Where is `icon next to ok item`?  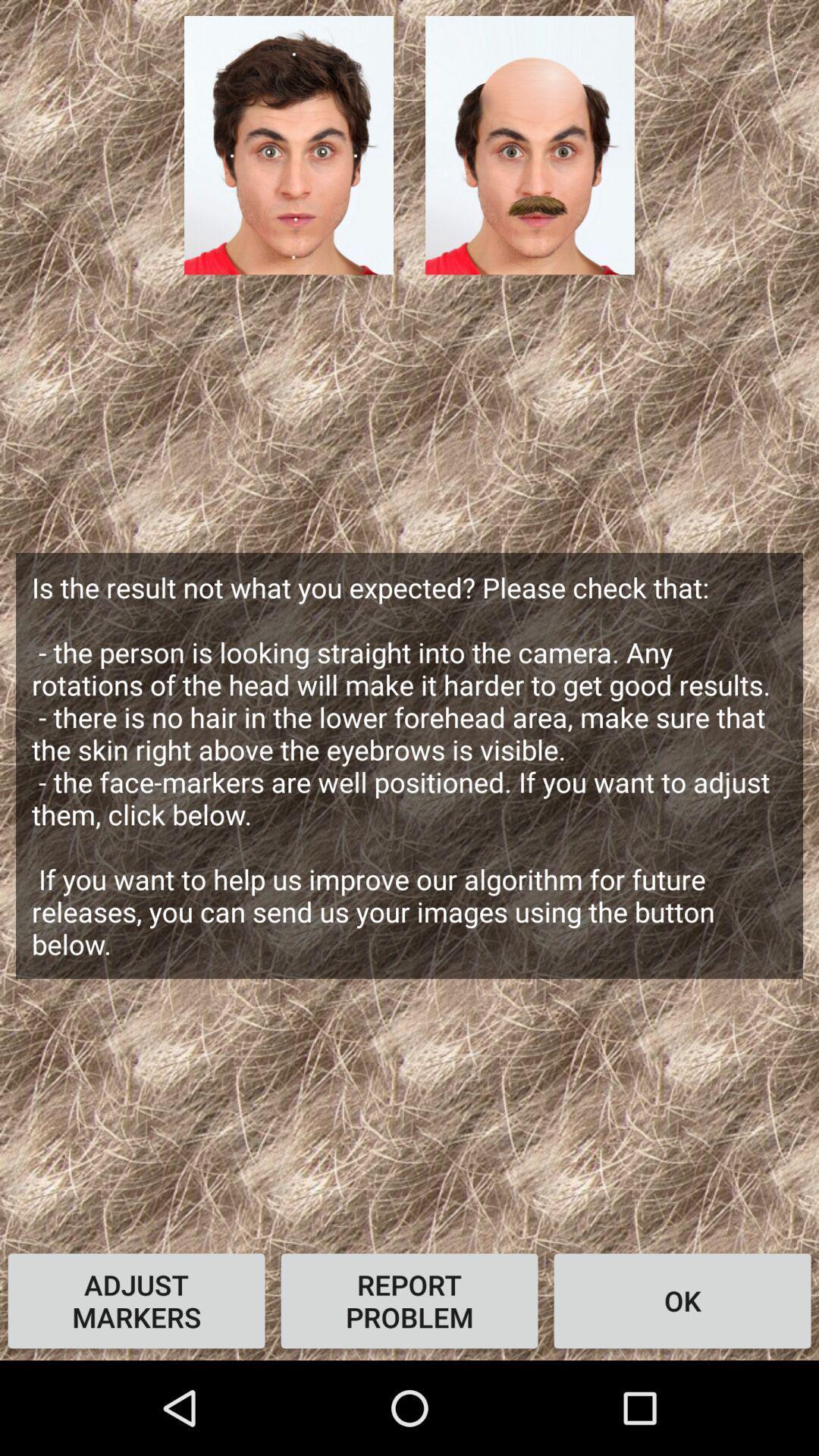 icon next to ok item is located at coordinates (409, 1300).